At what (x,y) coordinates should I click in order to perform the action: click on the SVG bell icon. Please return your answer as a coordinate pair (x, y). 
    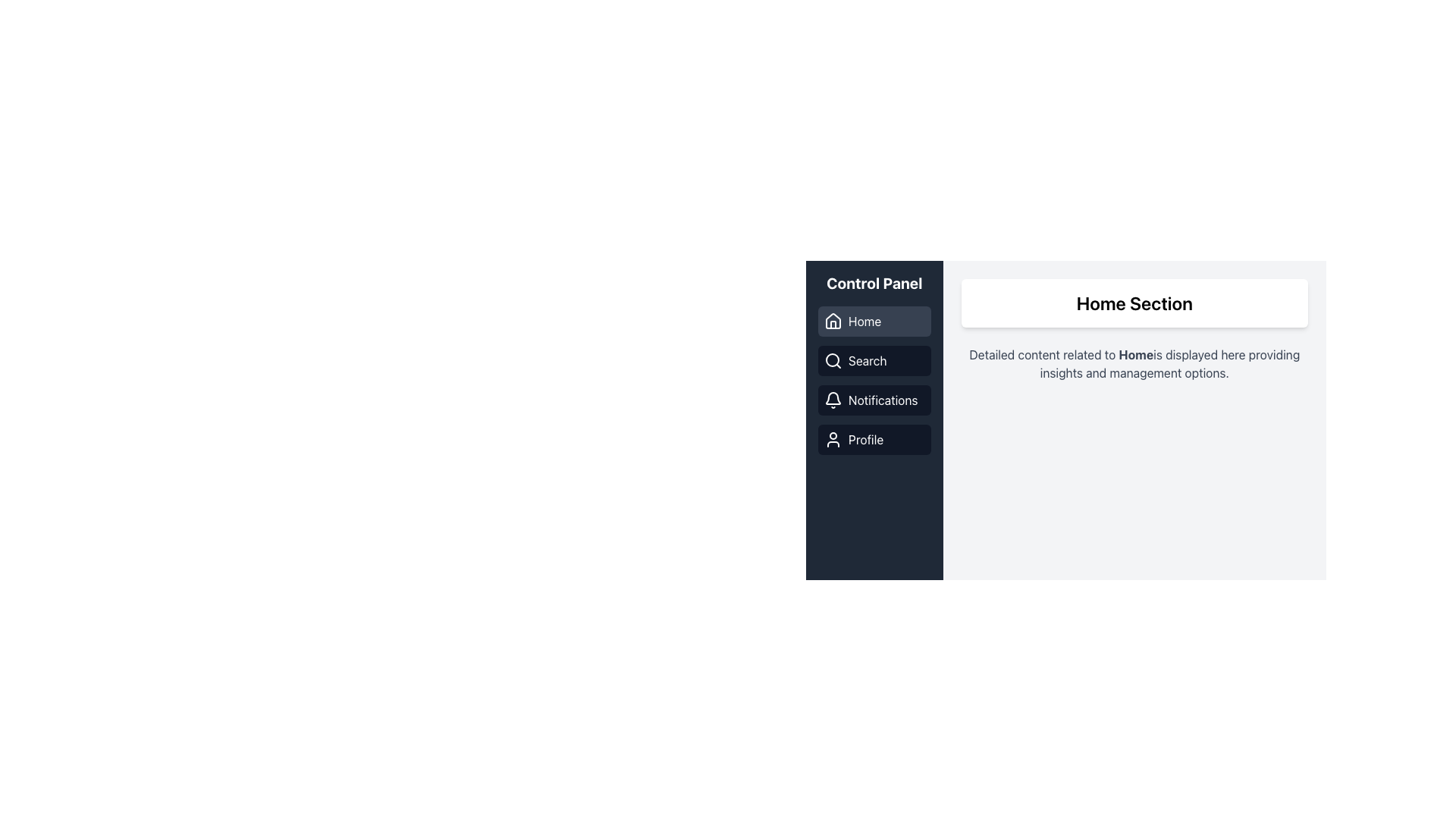
    Looking at the image, I should click on (833, 397).